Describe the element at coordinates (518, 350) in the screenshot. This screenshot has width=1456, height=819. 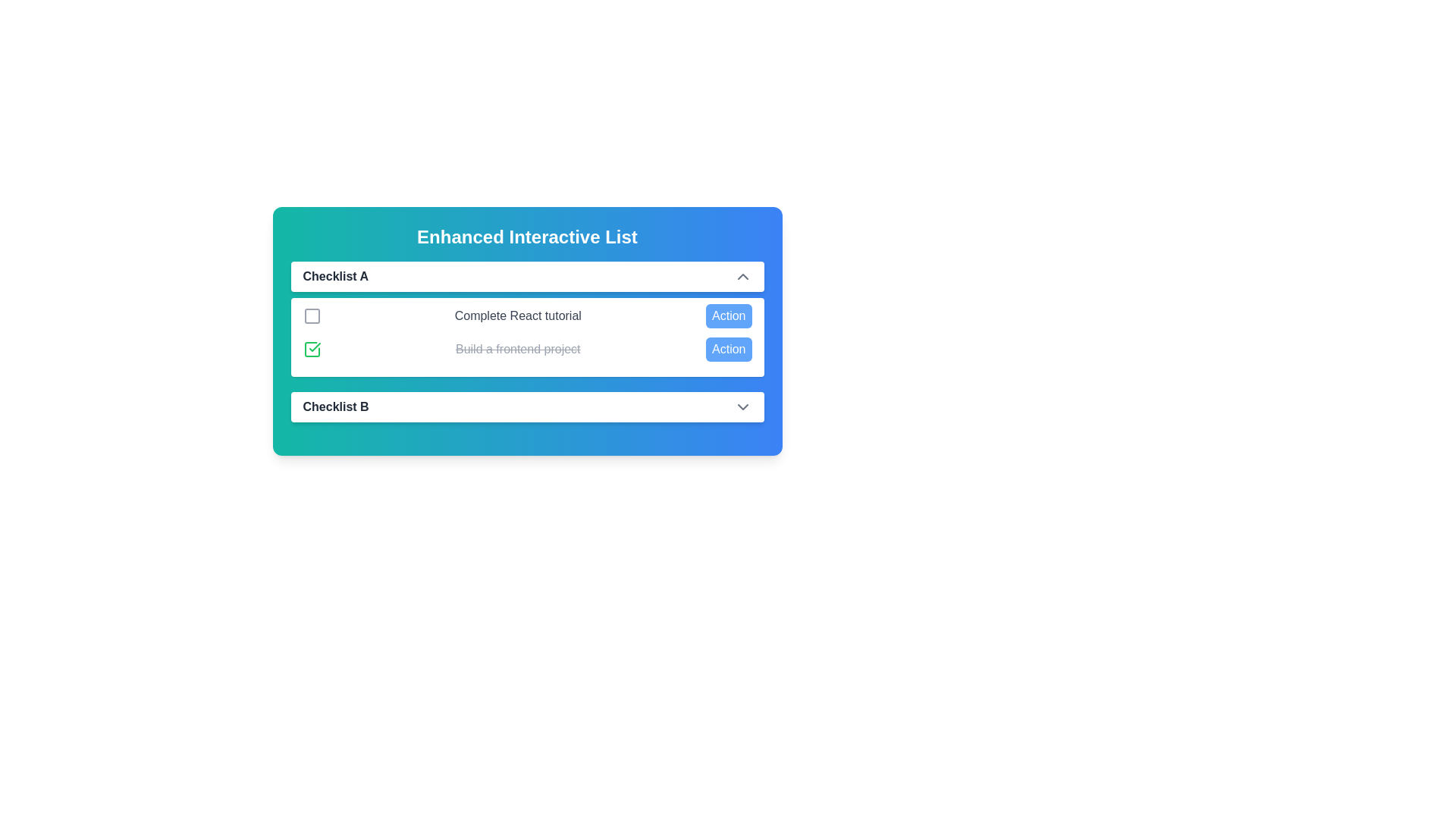
I see `the Text Label indicating a completed task in 'Checklist A', which is the second item in the list, positioned between a check icon and an 'Action' button` at that location.